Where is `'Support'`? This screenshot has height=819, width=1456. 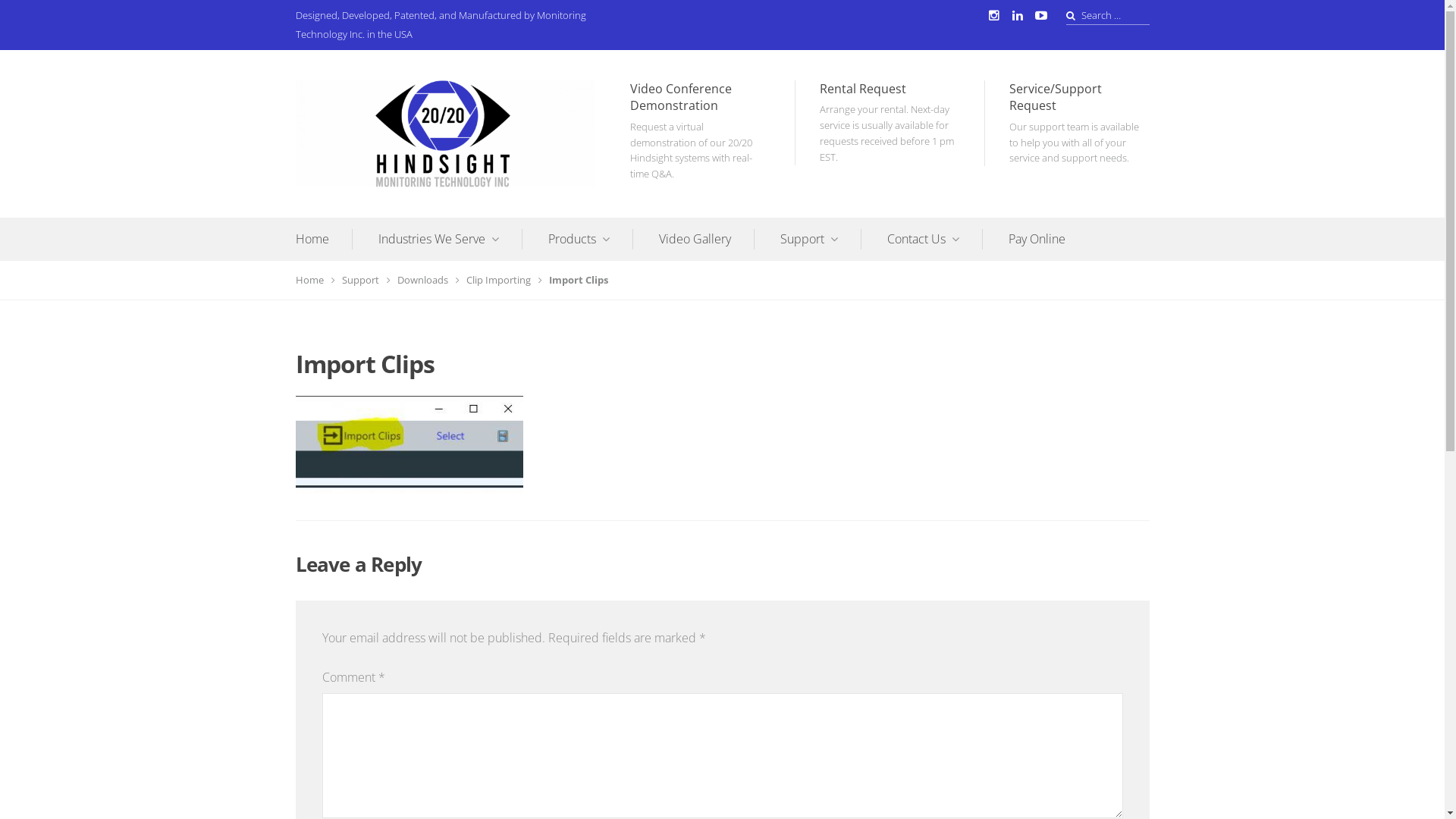 'Support' is located at coordinates (819, 239).